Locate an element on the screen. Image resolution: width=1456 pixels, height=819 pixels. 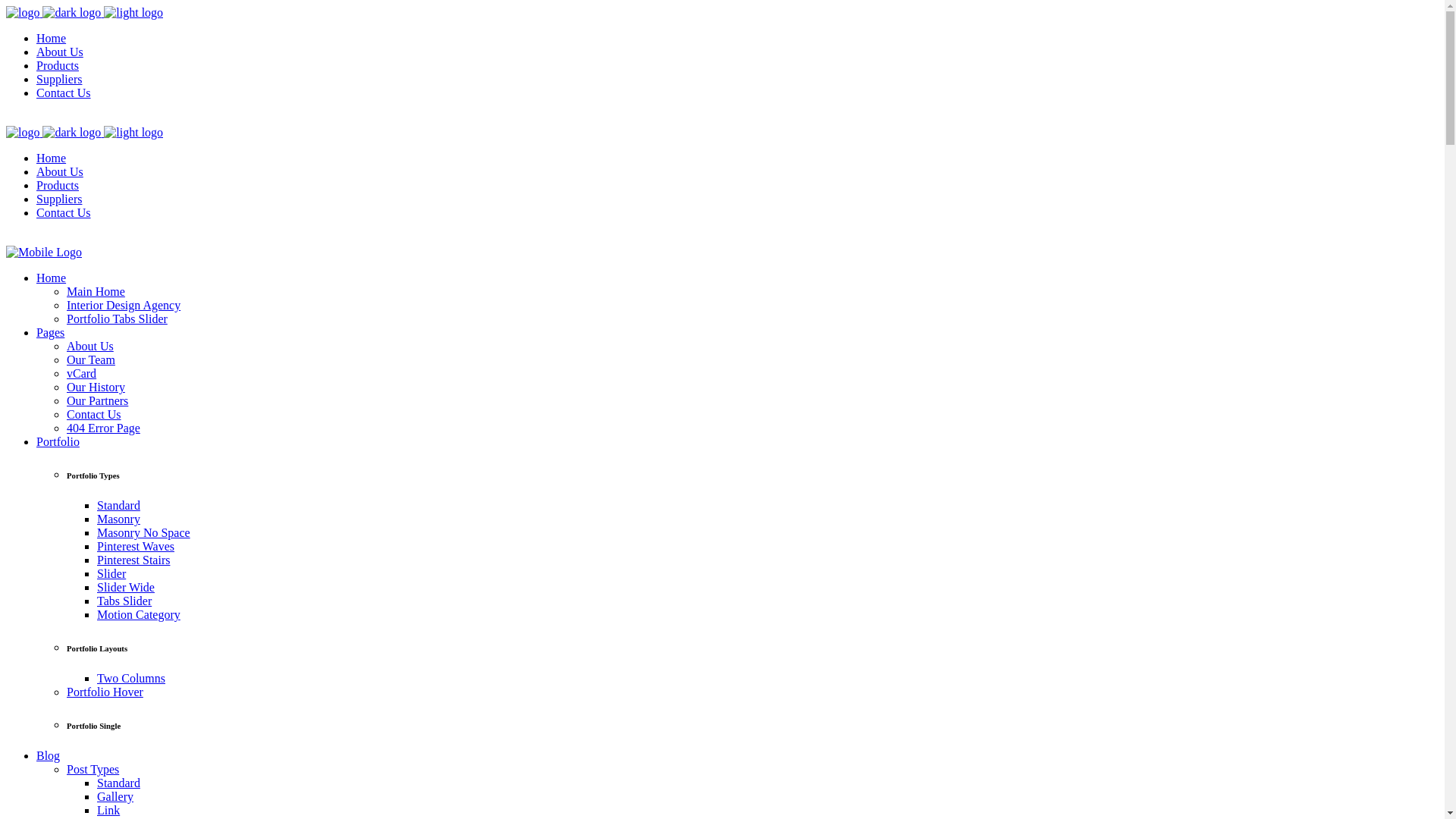
'Main Home' is located at coordinates (95, 291).